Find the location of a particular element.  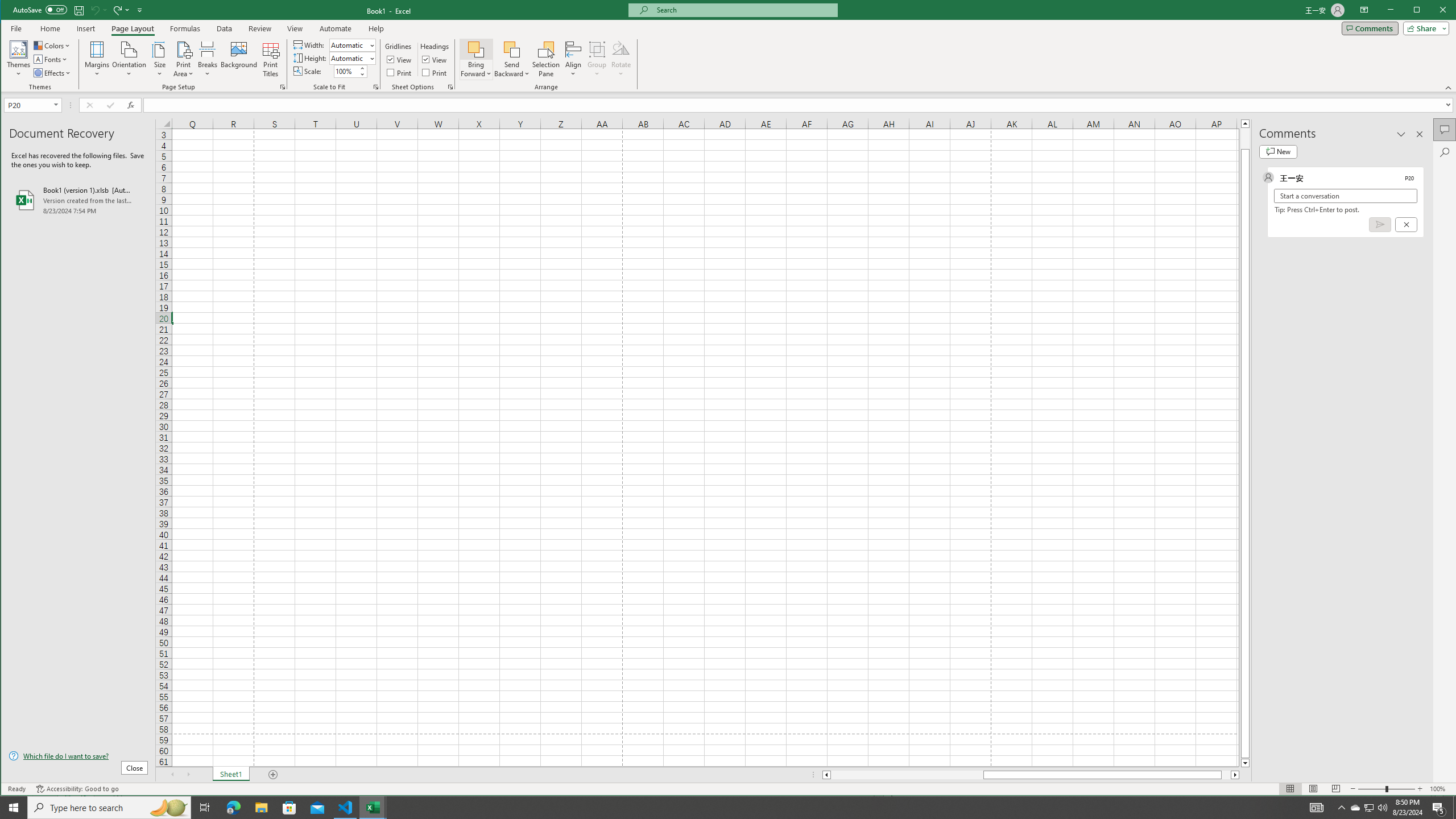

'Effects' is located at coordinates (53, 72).